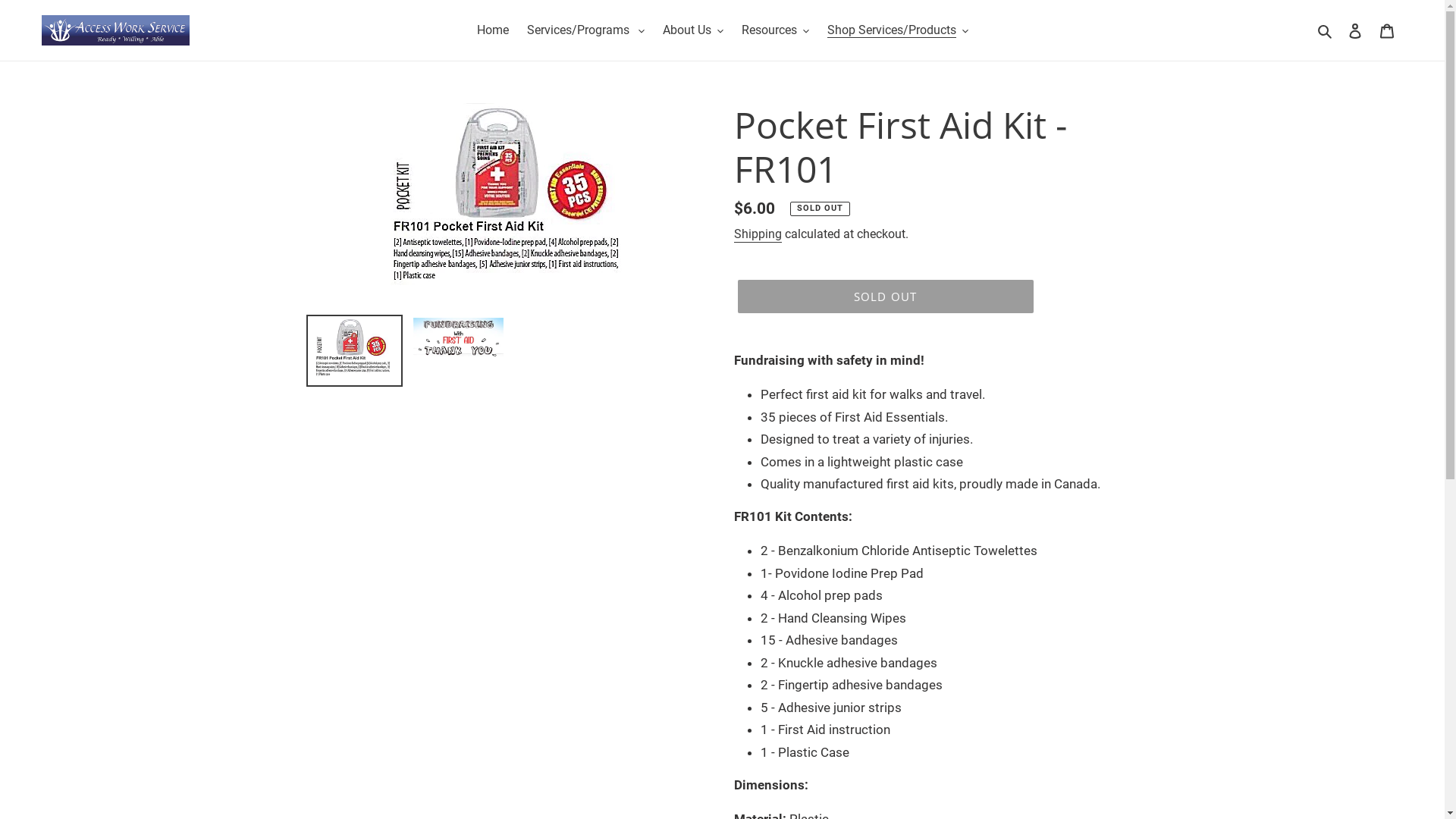  Describe the element at coordinates (884, 296) in the screenshot. I see `'SOLD OUT'` at that location.